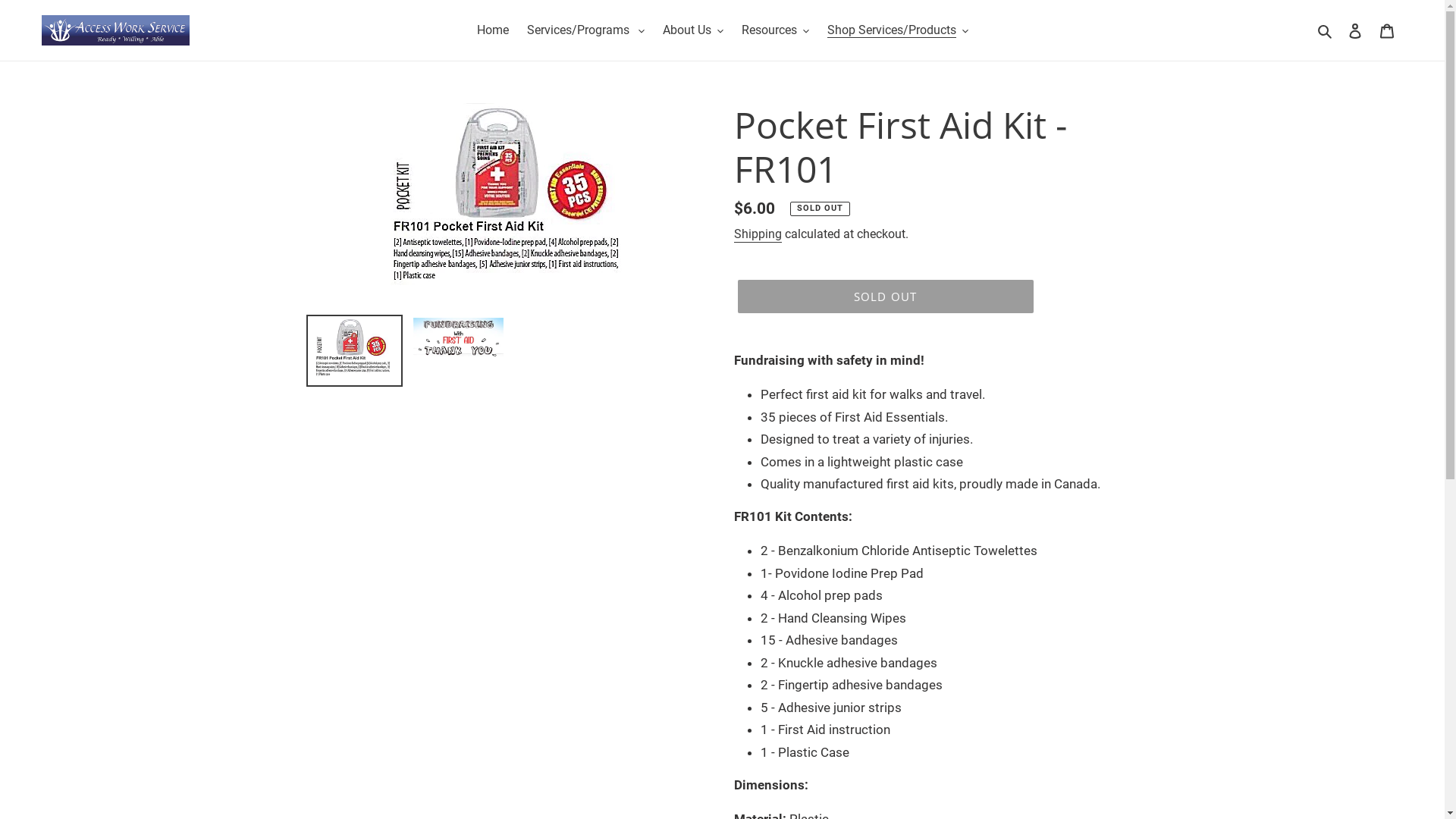  Describe the element at coordinates (884, 296) in the screenshot. I see `'SOLD OUT'` at that location.